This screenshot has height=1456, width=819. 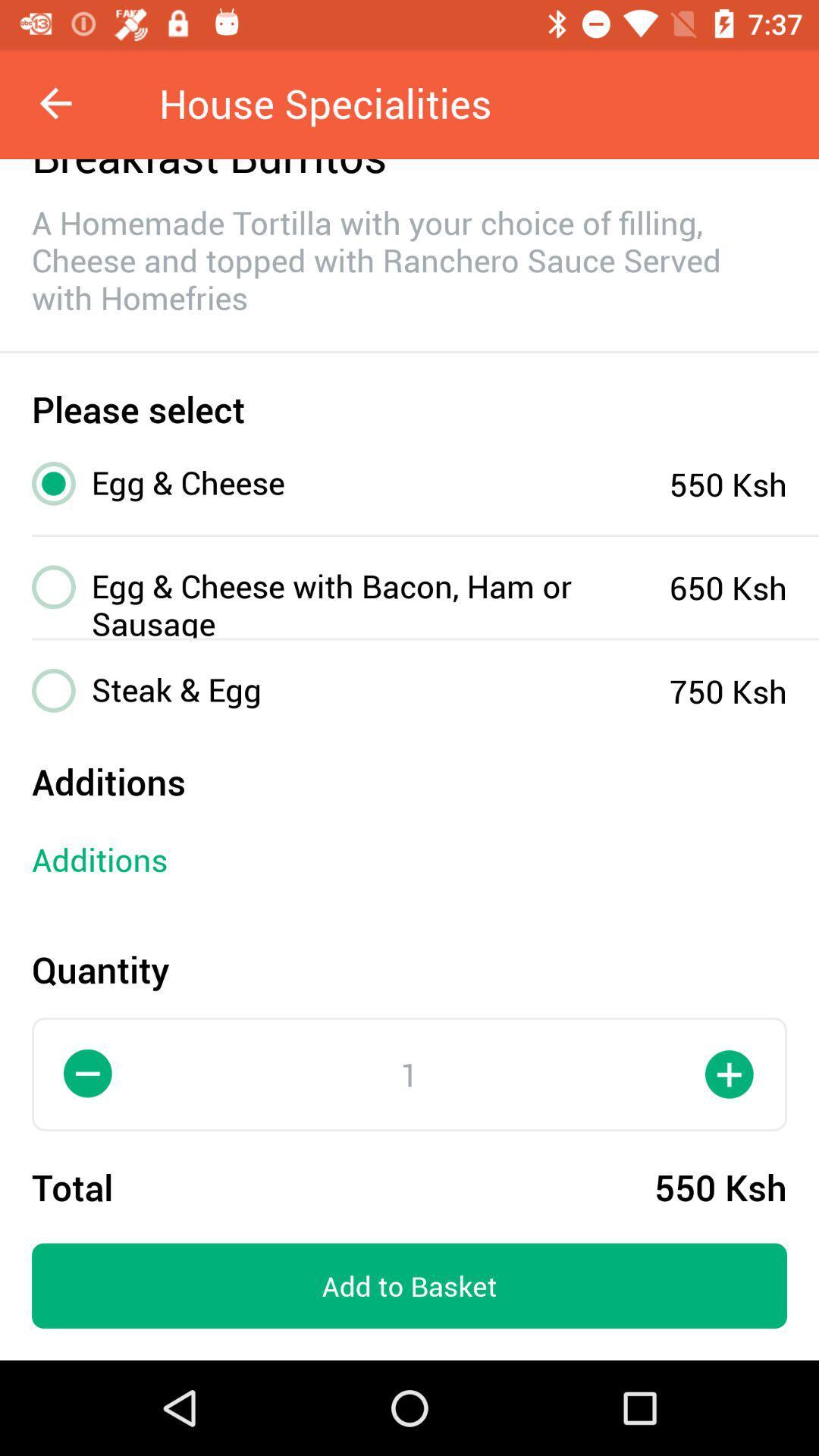 I want to click on the item below the total, so click(x=409, y=1285).